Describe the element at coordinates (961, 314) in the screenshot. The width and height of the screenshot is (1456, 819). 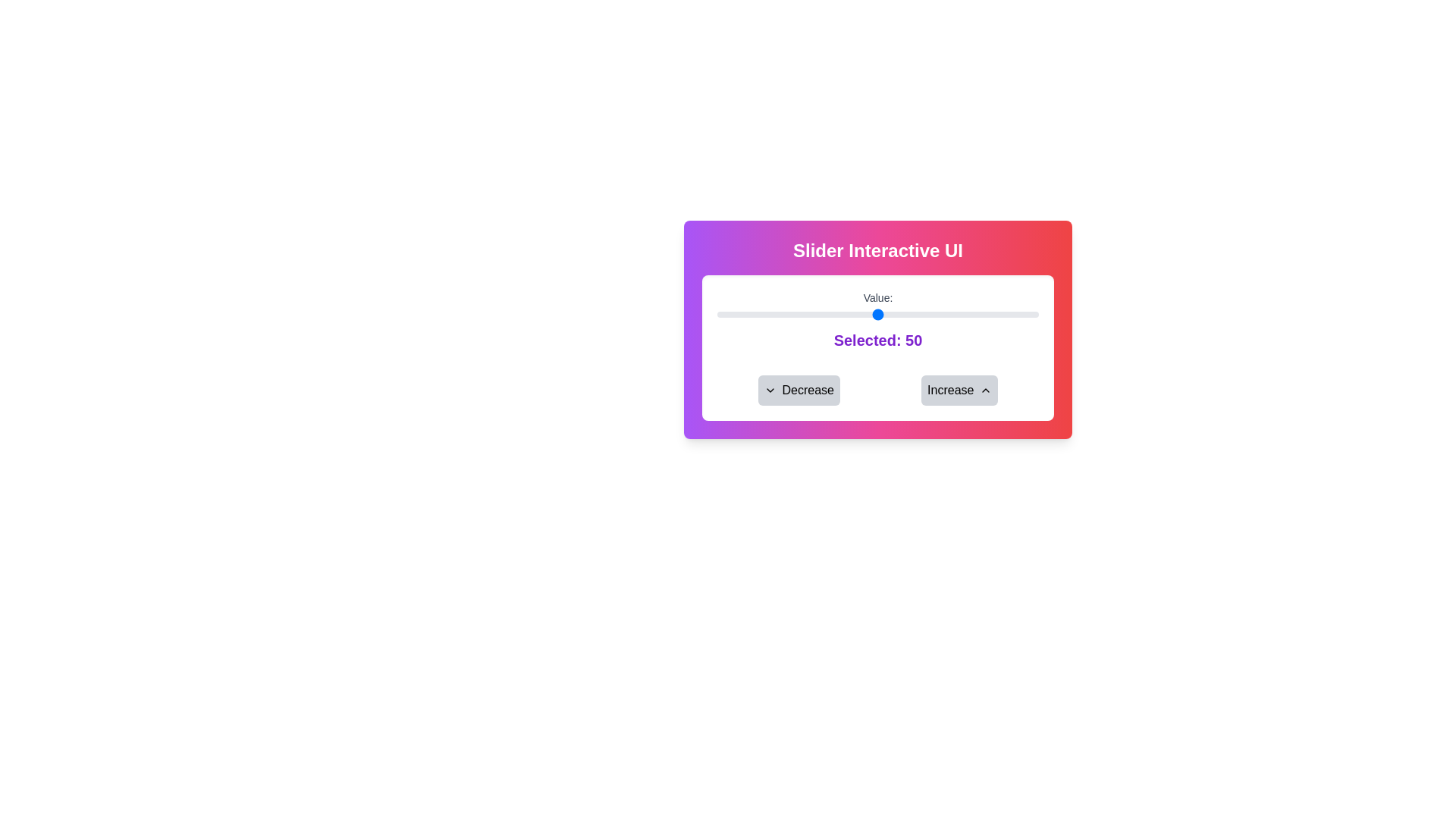
I see `slider value` at that location.